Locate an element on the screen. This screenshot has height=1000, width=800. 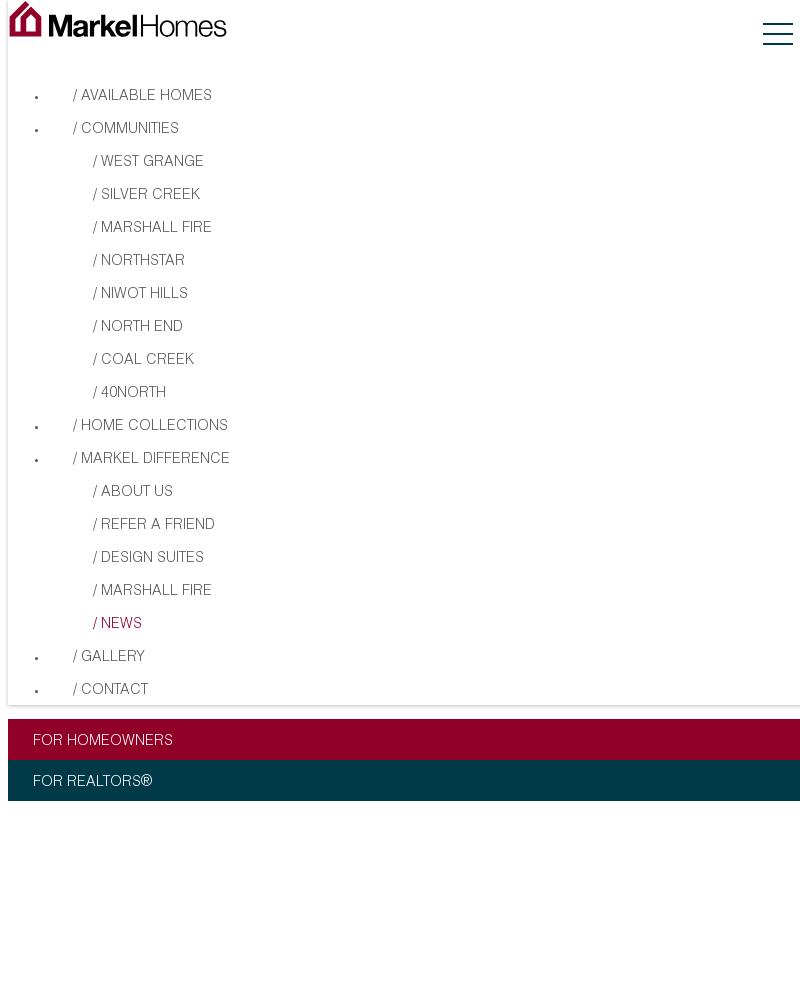
'Information provided is deemed reliable but not guaranteed. Markel Homes reserves the right to change plans, elevations, pricing and specifications without prior notice.' is located at coordinates (41, 508).